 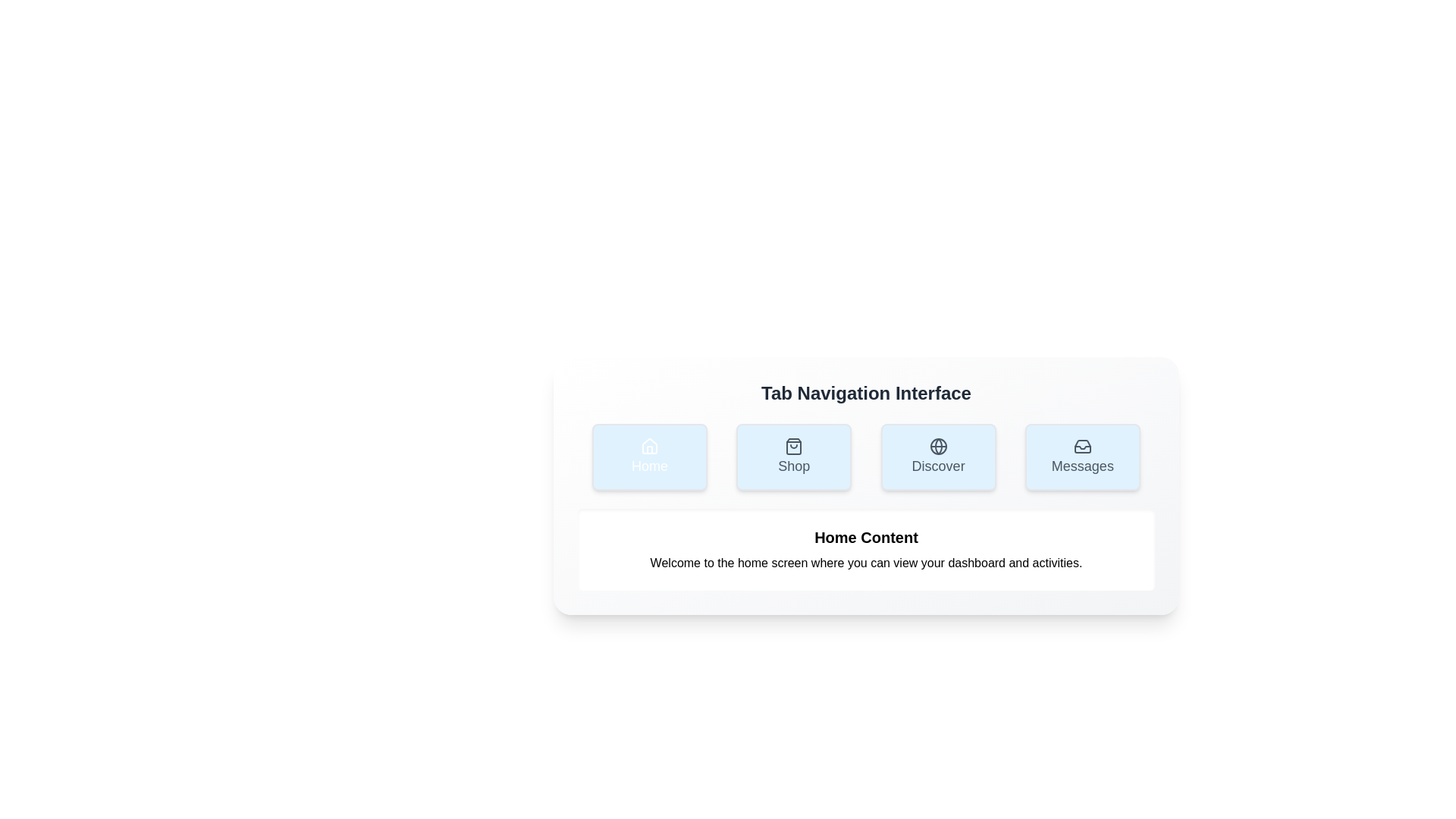 What do you see at coordinates (866, 550) in the screenshot?
I see `the Text display section located centrally in the lower section of the interface, below the navigation bar` at bounding box center [866, 550].